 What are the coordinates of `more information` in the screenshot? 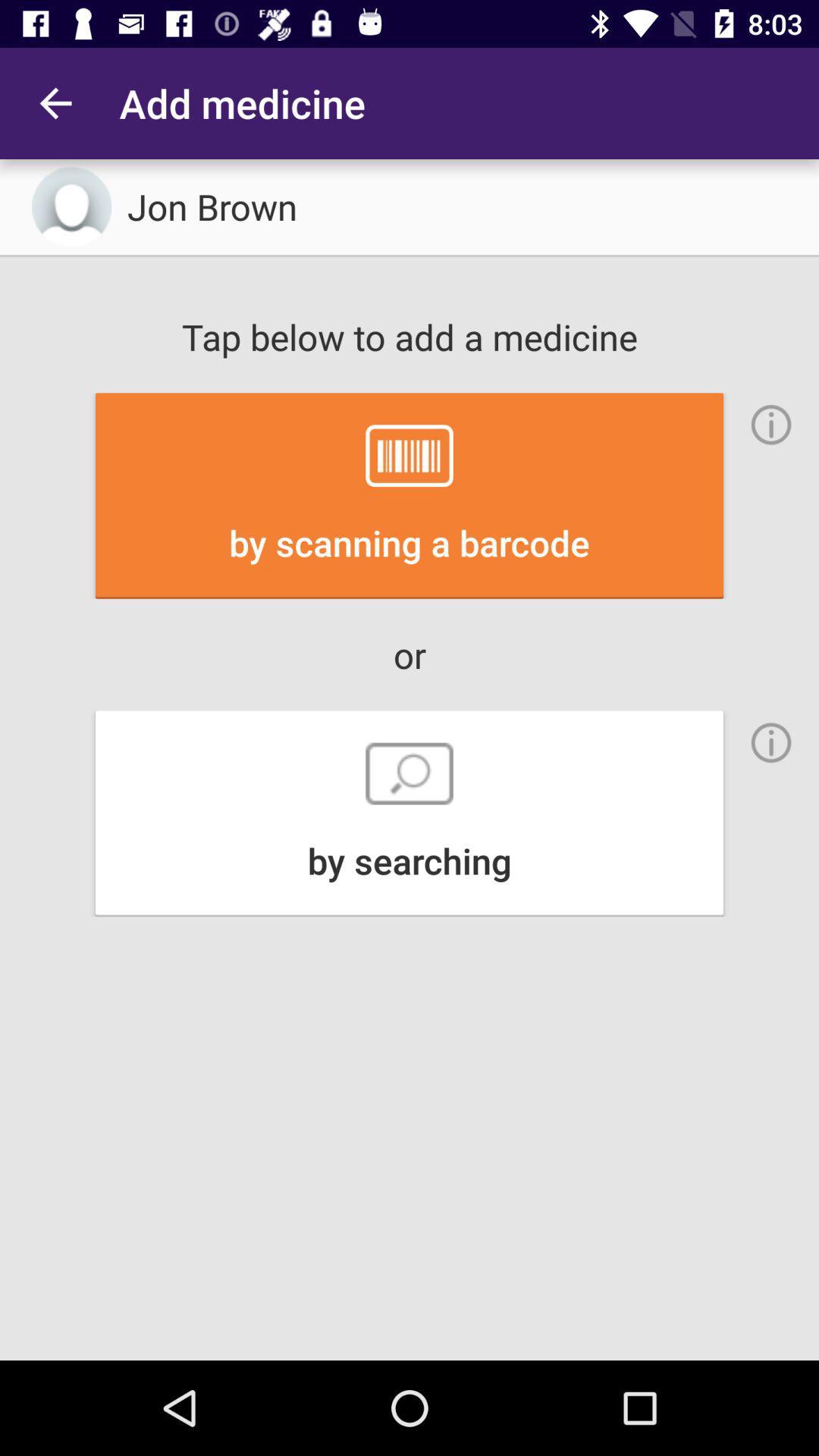 It's located at (771, 742).